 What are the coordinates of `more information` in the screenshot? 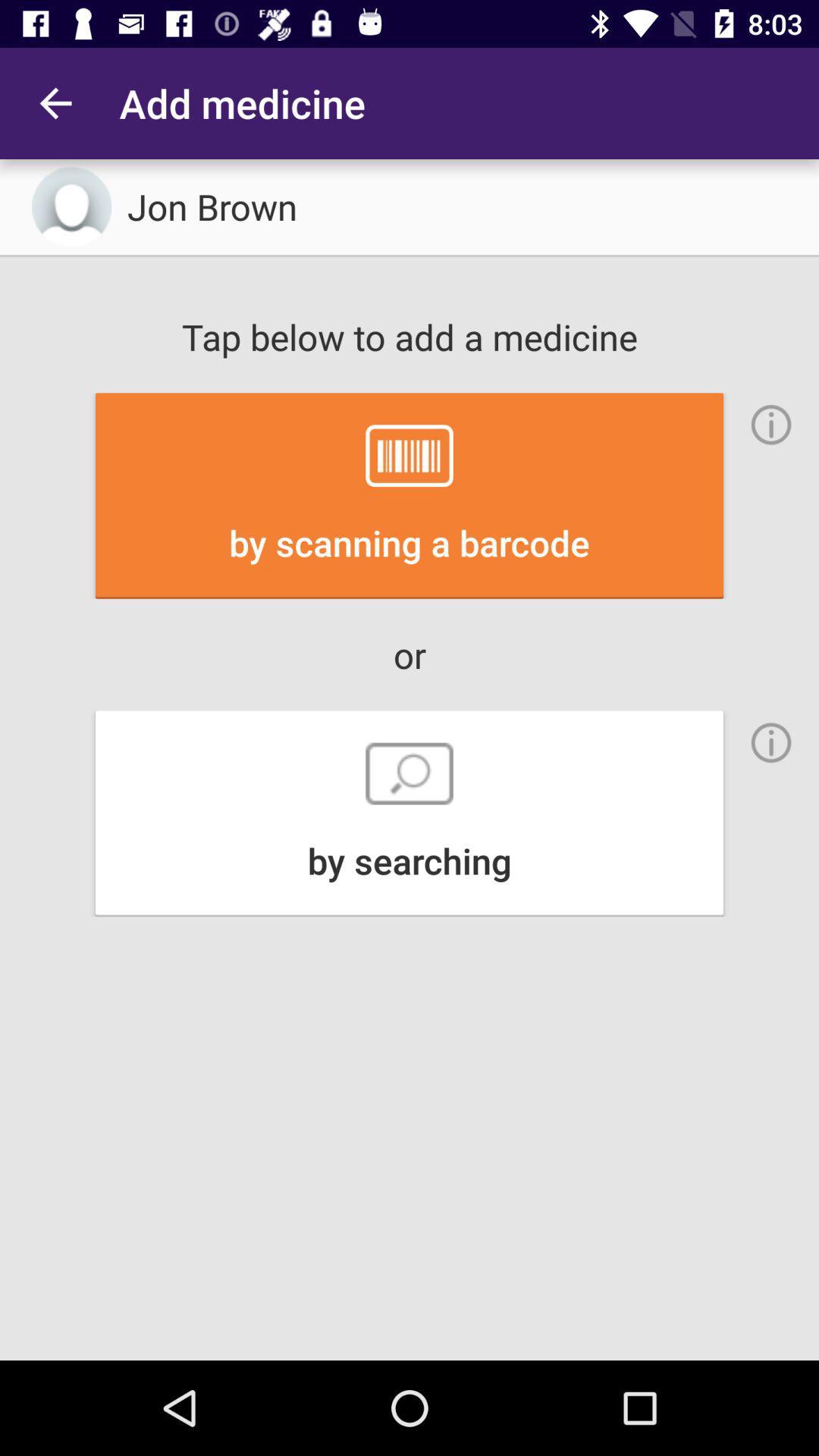 It's located at (771, 742).